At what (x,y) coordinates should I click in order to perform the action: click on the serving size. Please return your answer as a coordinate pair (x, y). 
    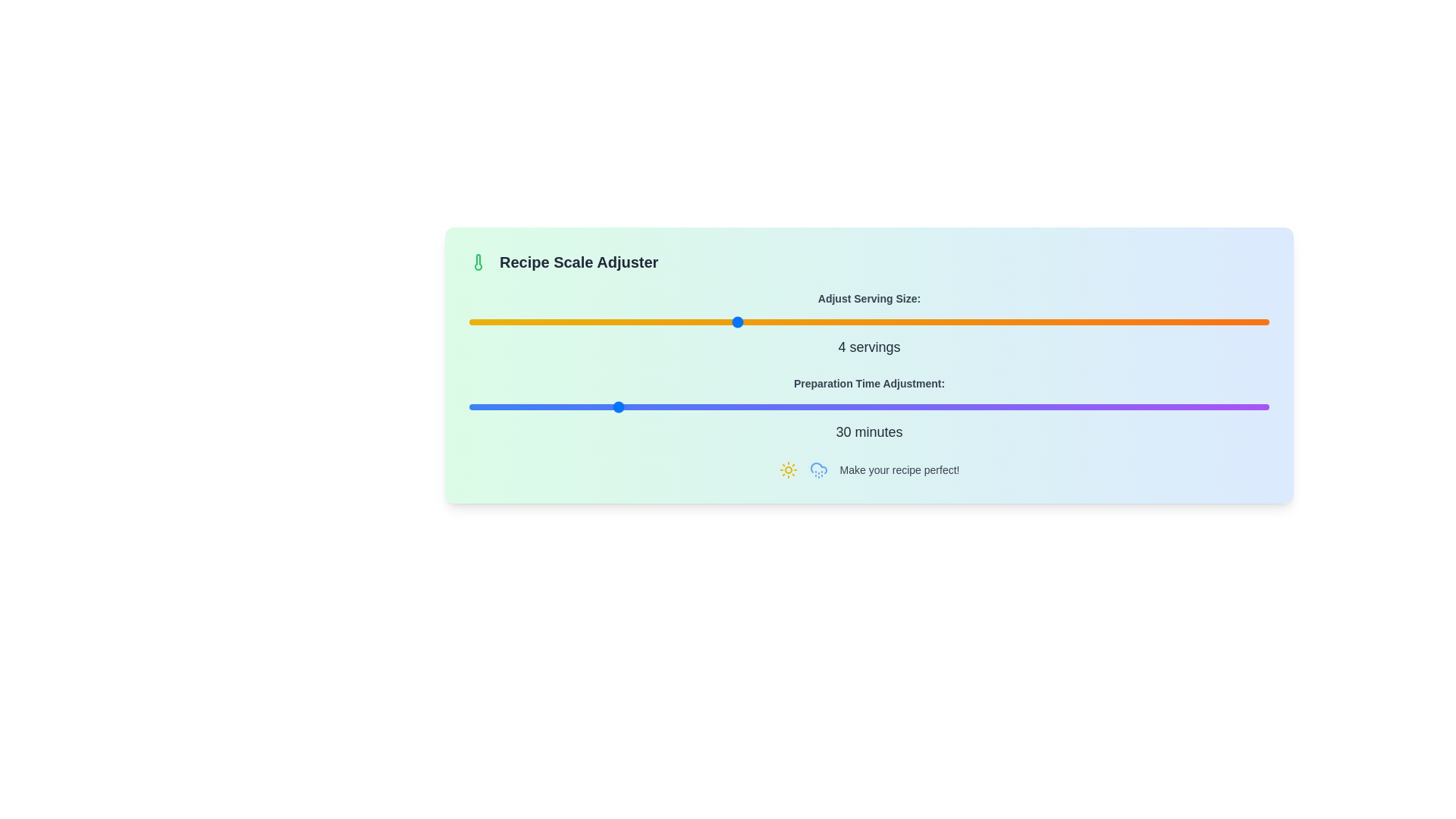
    Looking at the image, I should click on (824, 321).